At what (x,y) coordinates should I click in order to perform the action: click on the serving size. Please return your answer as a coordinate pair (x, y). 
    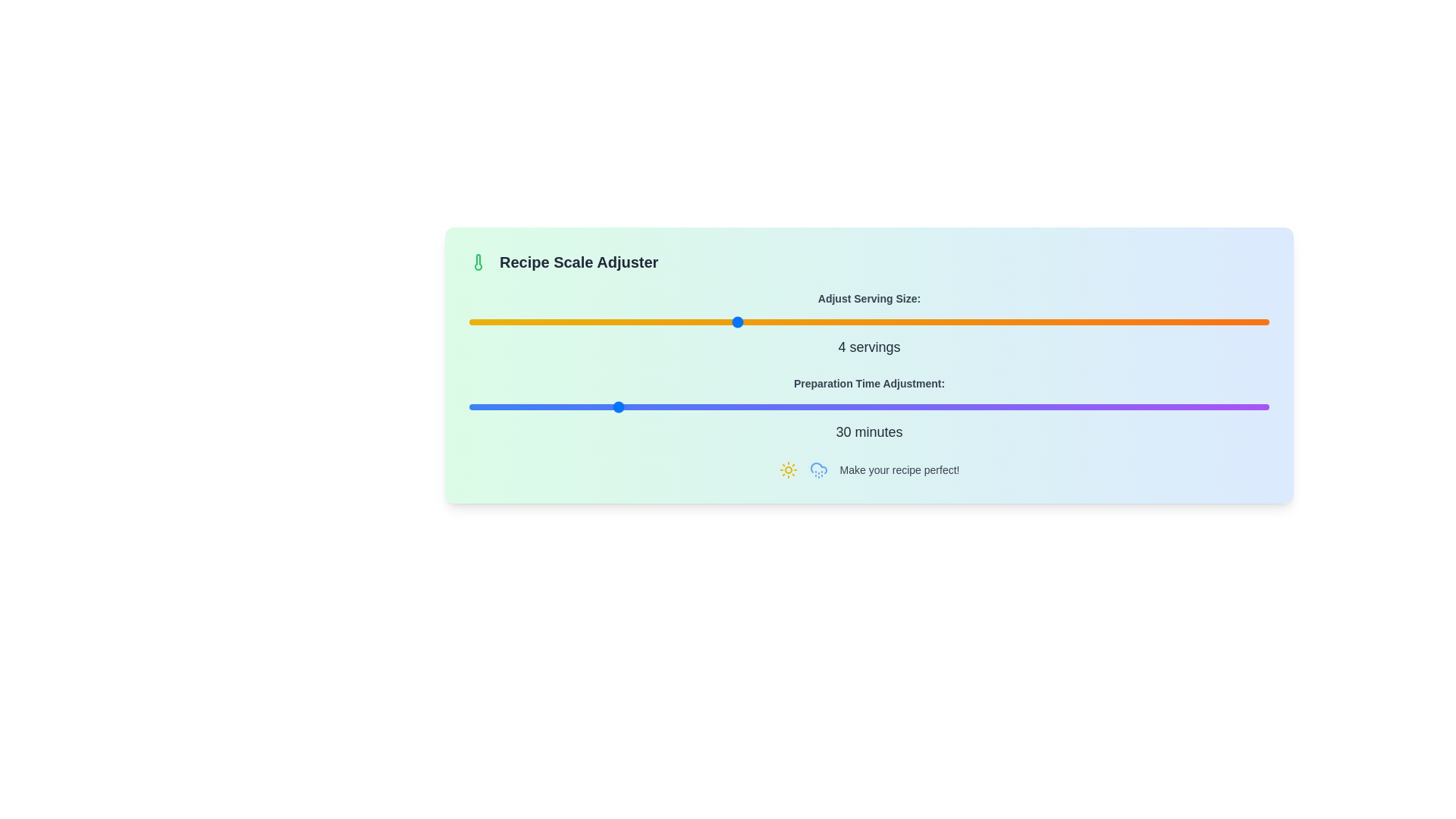
    Looking at the image, I should click on (824, 321).